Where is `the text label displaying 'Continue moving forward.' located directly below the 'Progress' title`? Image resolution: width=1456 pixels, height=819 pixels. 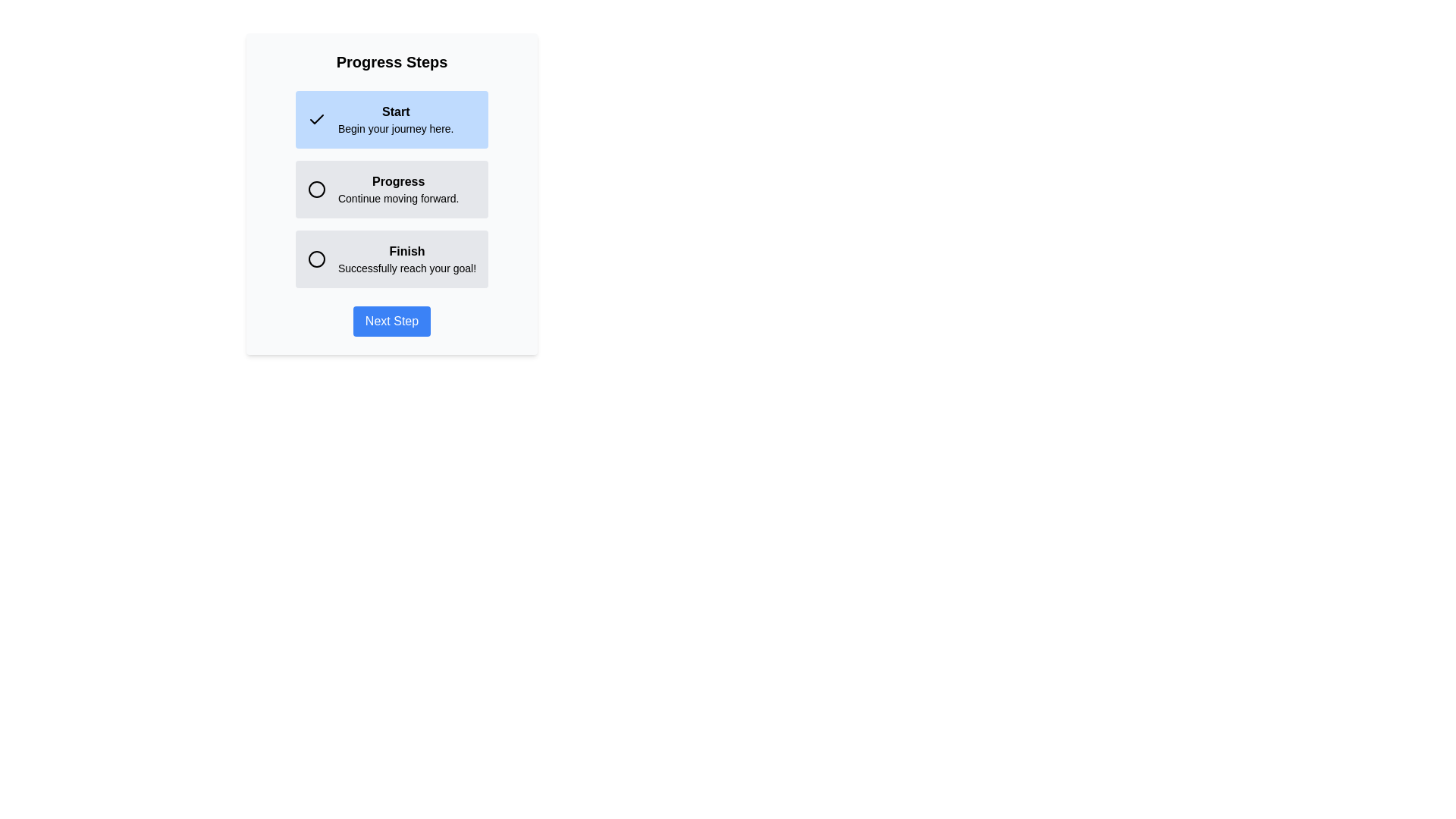
the text label displaying 'Continue moving forward.' located directly below the 'Progress' title is located at coordinates (398, 198).